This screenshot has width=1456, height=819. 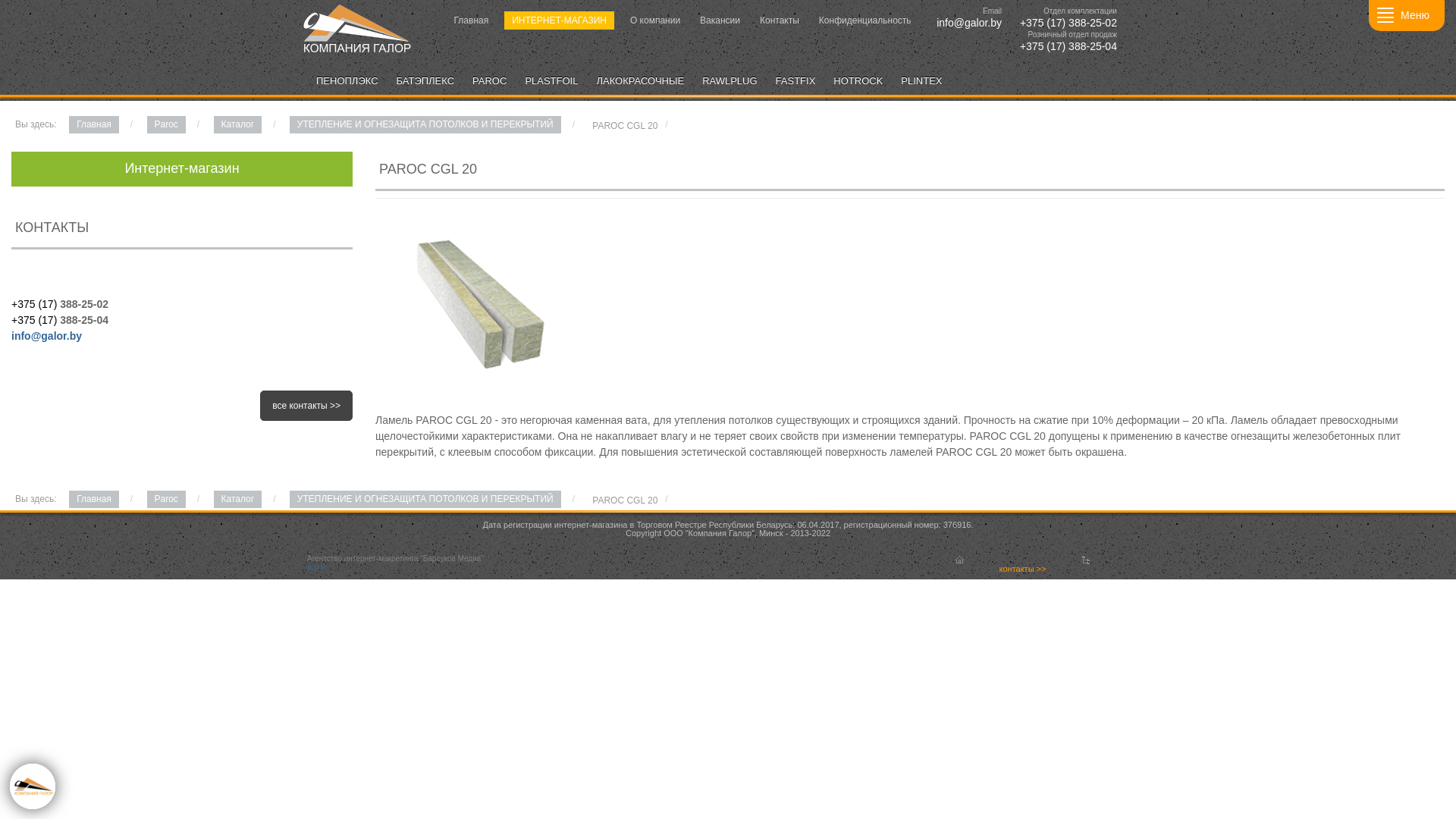 I want to click on 'a.p.n', so click(x=315, y=570).